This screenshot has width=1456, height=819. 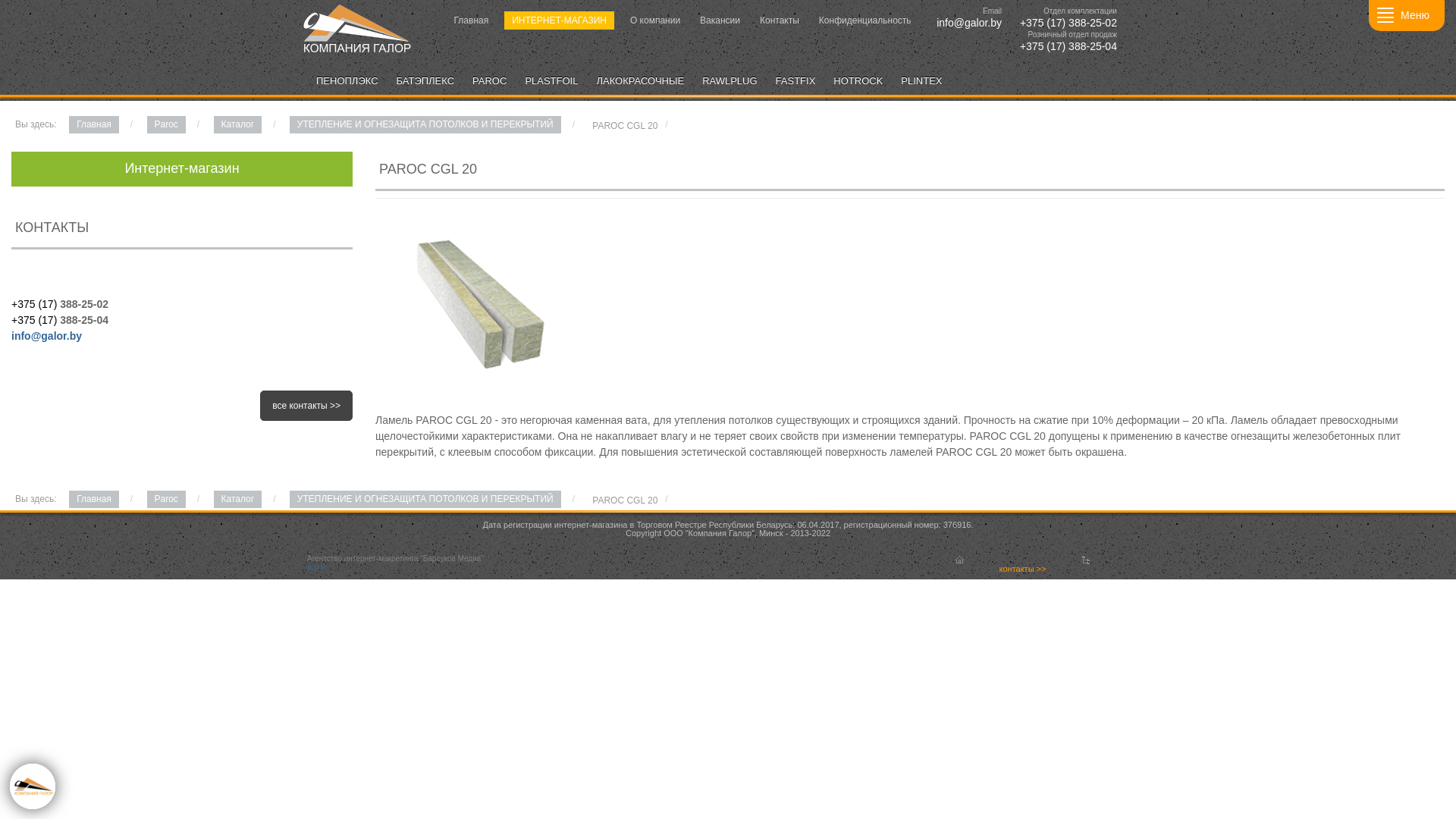 I want to click on 'a.p.n', so click(x=315, y=570).